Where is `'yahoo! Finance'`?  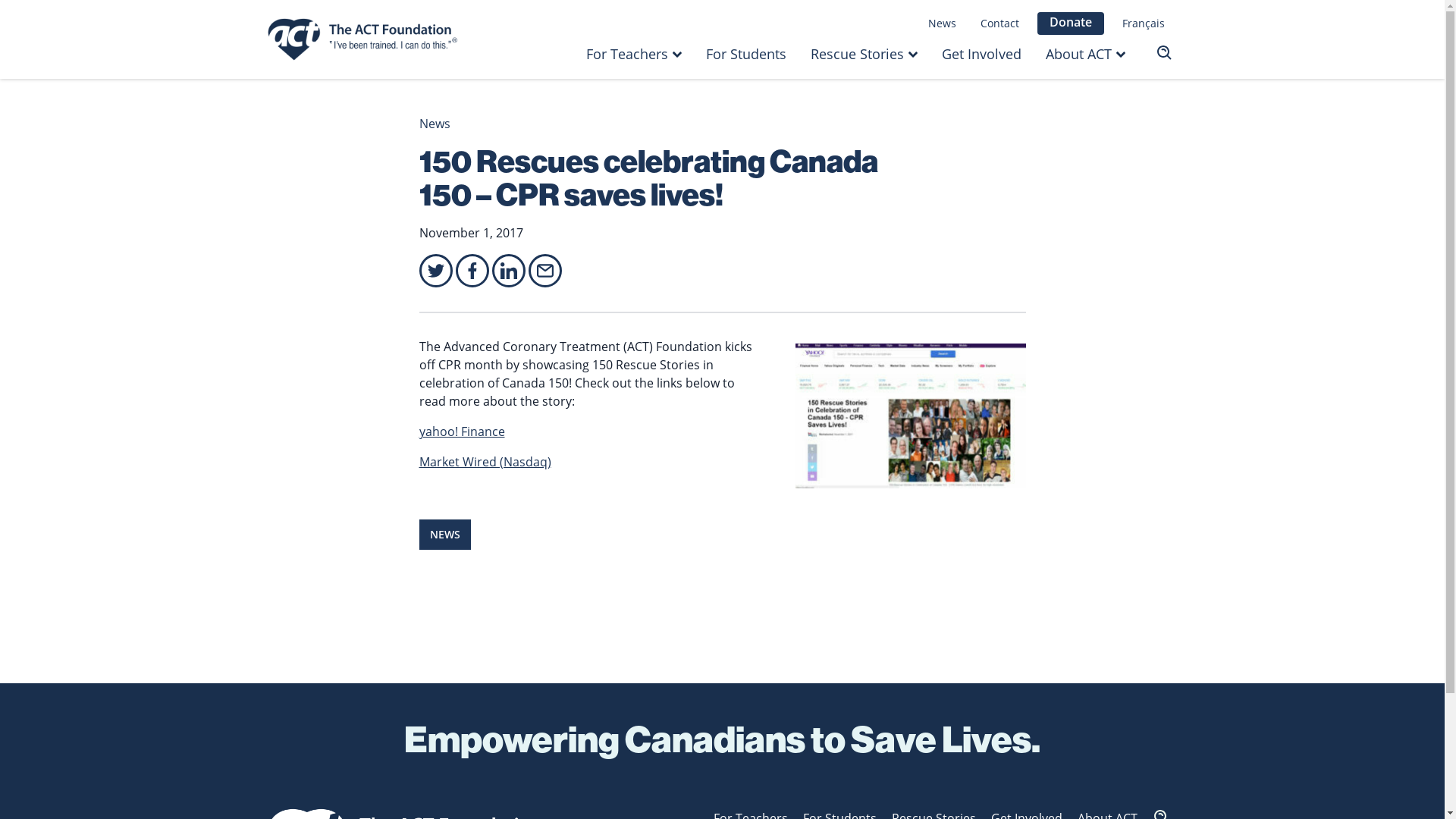
'yahoo! Finance' is located at coordinates (460, 431).